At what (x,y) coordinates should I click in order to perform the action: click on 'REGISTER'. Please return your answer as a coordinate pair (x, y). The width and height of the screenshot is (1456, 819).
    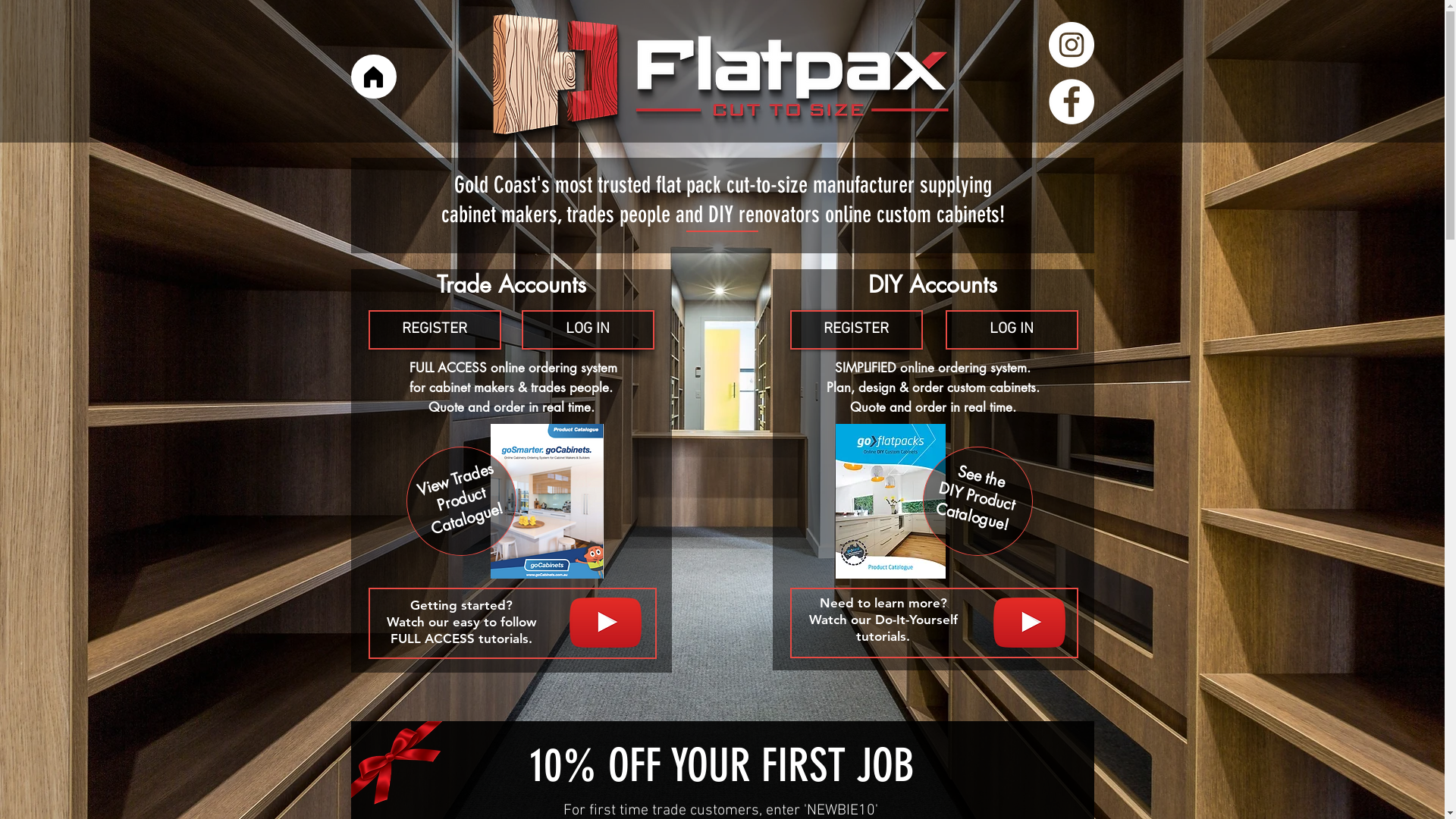
    Looking at the image, I should click on (434, 329).